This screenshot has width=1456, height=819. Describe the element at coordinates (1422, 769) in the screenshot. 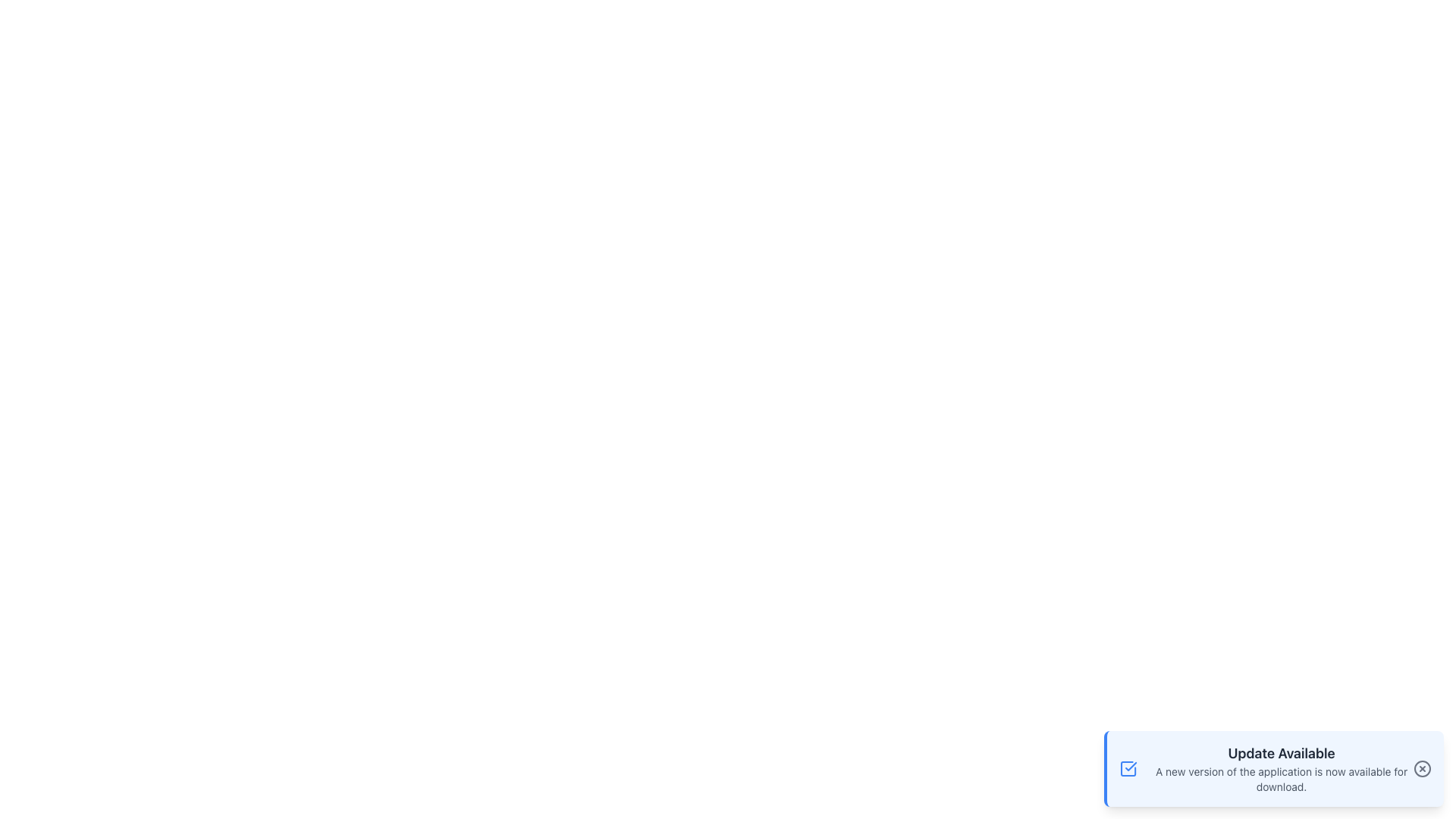

I see `the close button located at the far right end of the notification panel, aligned horizontally with the text 'Update Available'` at that location.